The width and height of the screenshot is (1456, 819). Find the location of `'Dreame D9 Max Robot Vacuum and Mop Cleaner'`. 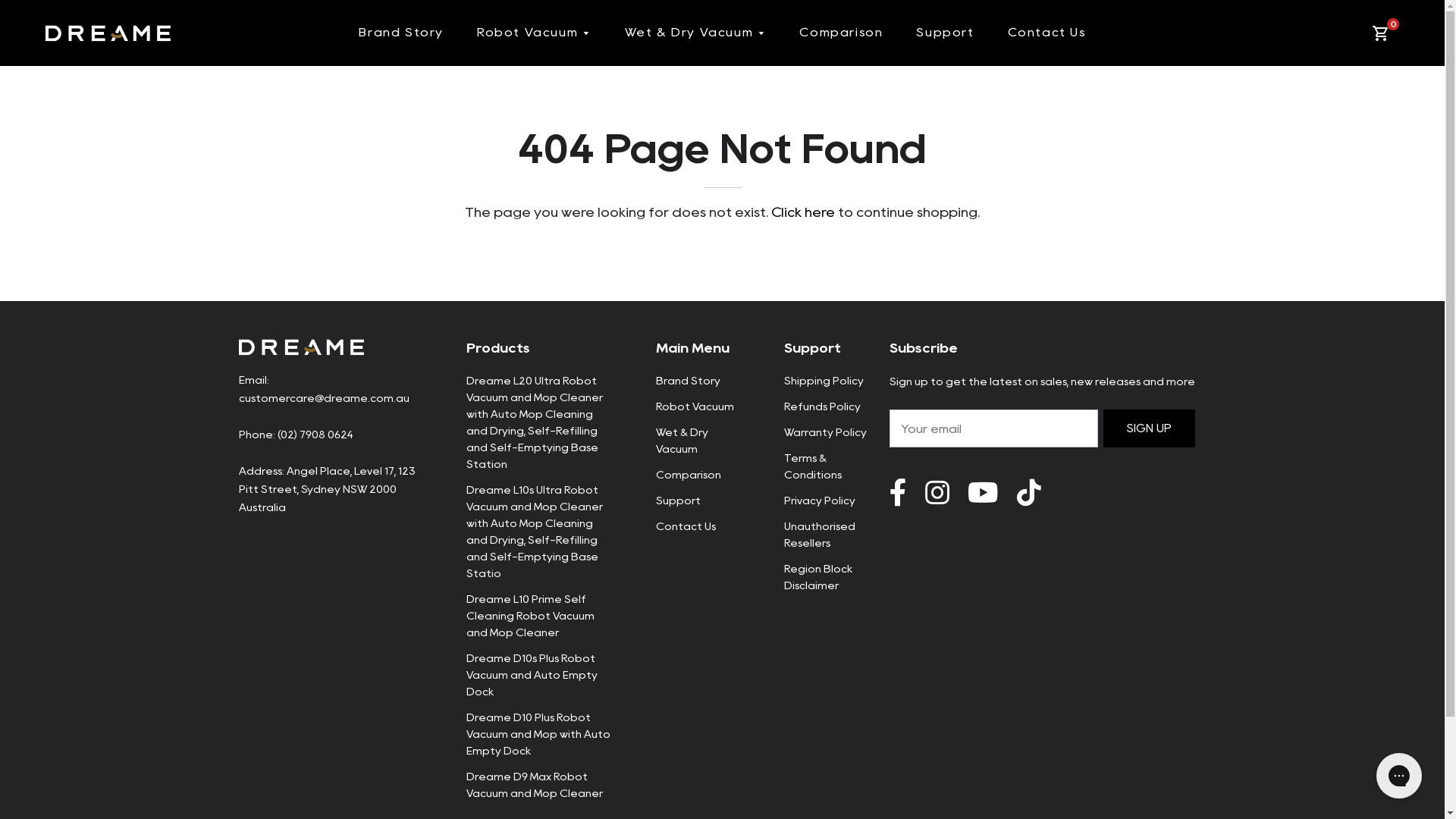

'Dreame D9 Max Robot Vacuum and Mop Cleaner' is located at coordinates (534, 784).